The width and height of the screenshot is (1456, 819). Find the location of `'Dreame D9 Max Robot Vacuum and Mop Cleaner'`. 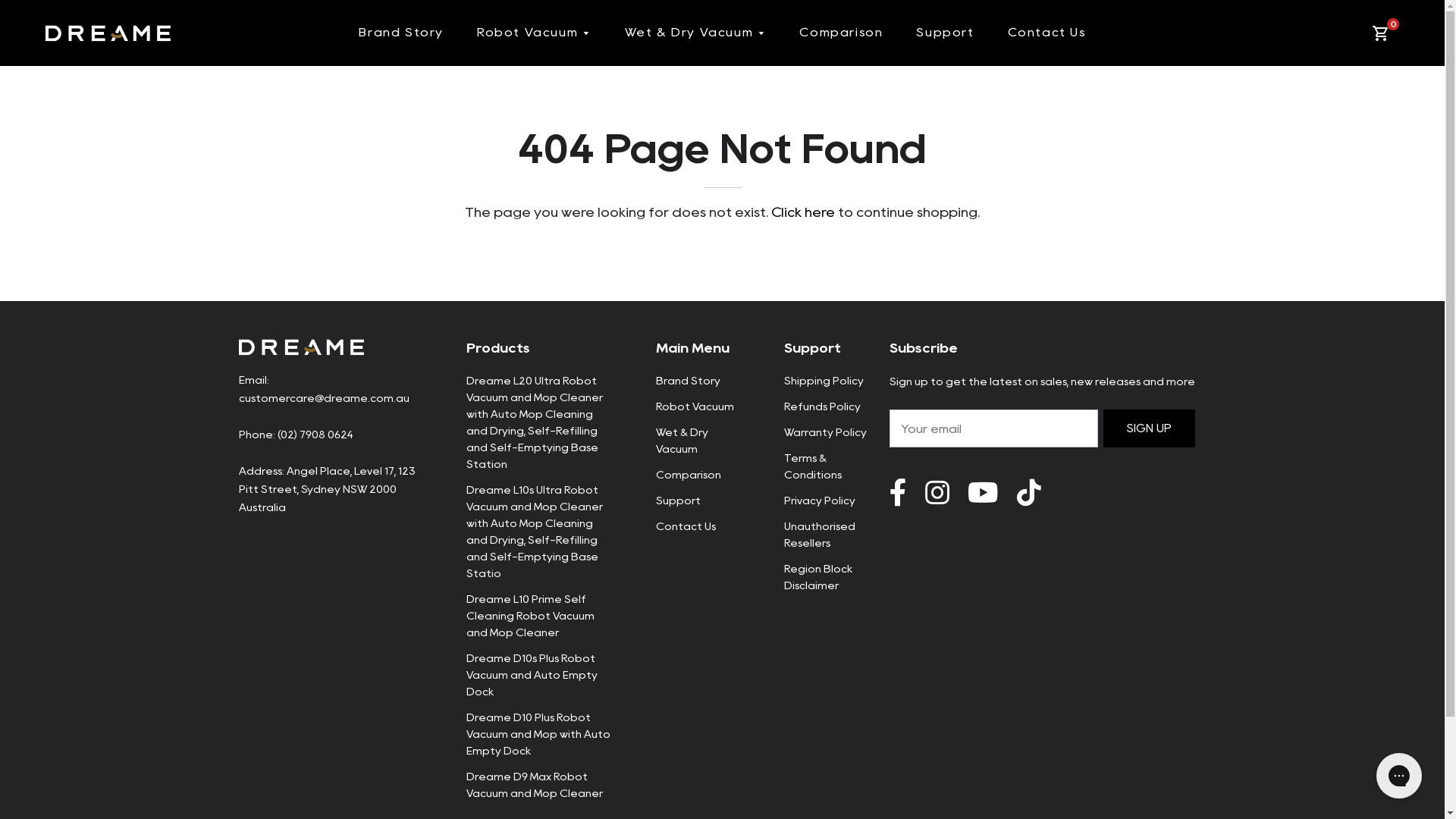

'Dreame D9 Max Robot Vacuum and Mop Cleaner' is located at coordinates (534, 784).